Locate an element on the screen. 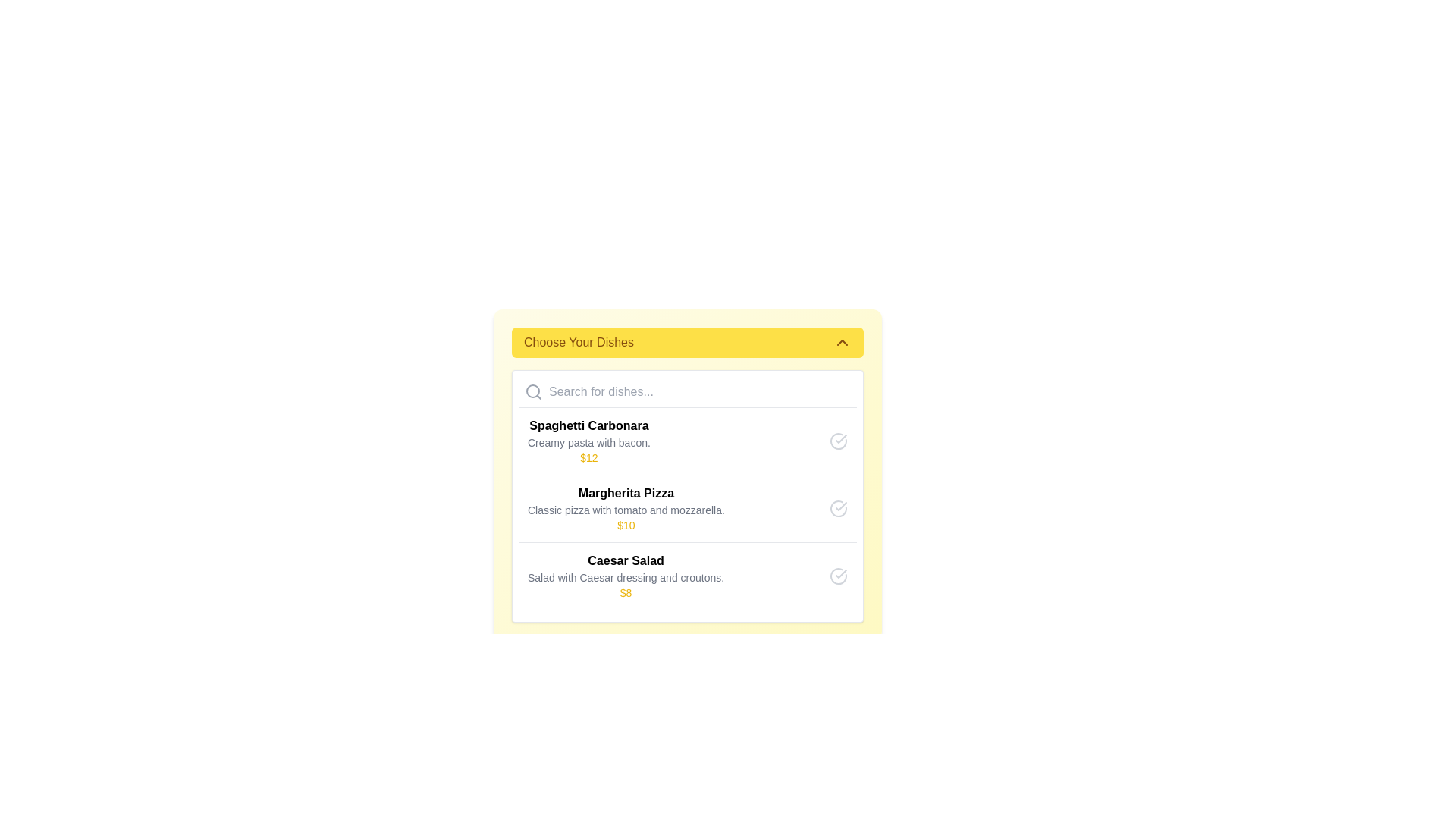  the second list item in the menu interface titled 'Choose Your Dishes' is located at coordinates (626, 509).